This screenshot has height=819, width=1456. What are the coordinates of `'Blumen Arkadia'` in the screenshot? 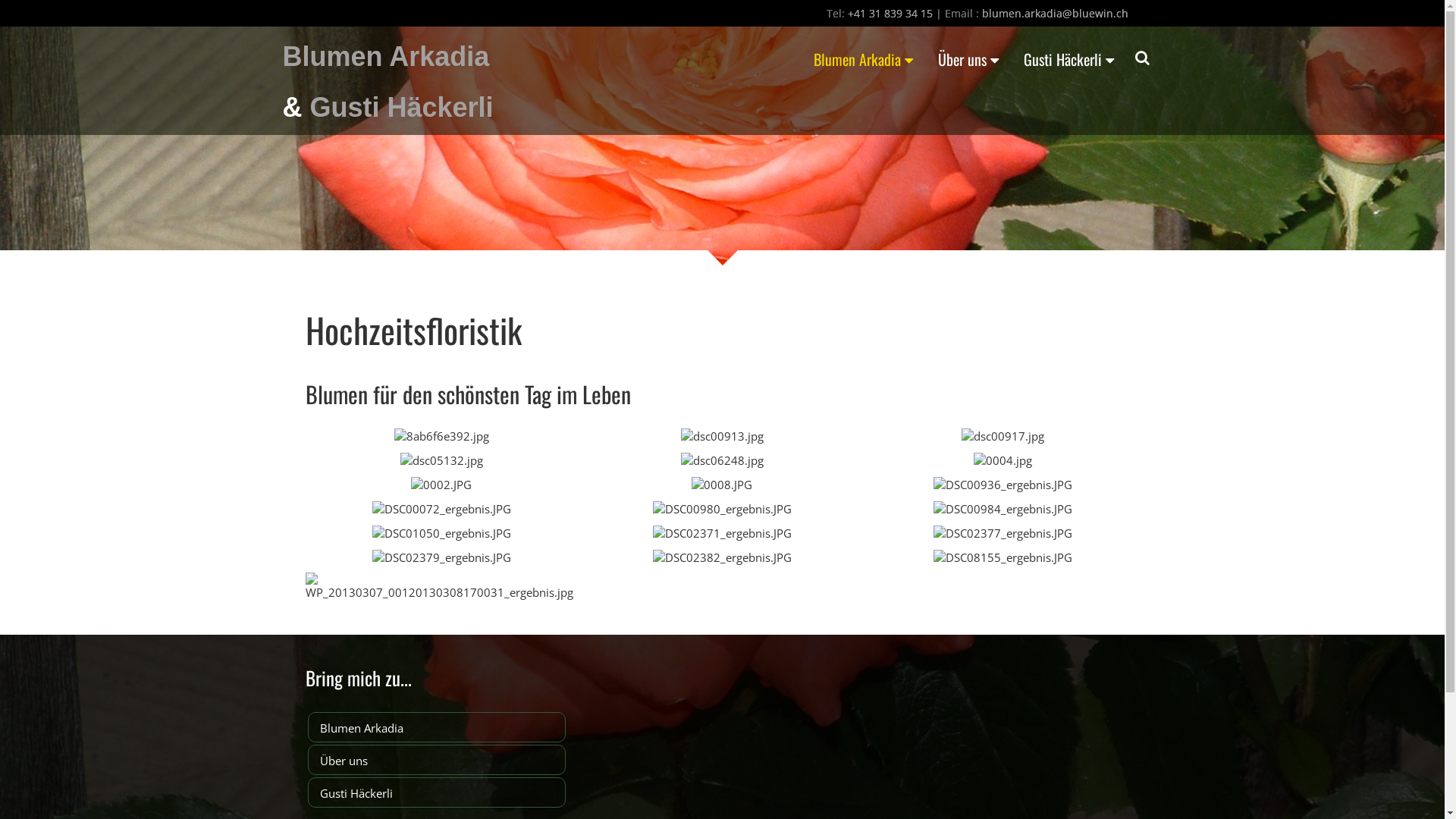 It's located at (436, 726).